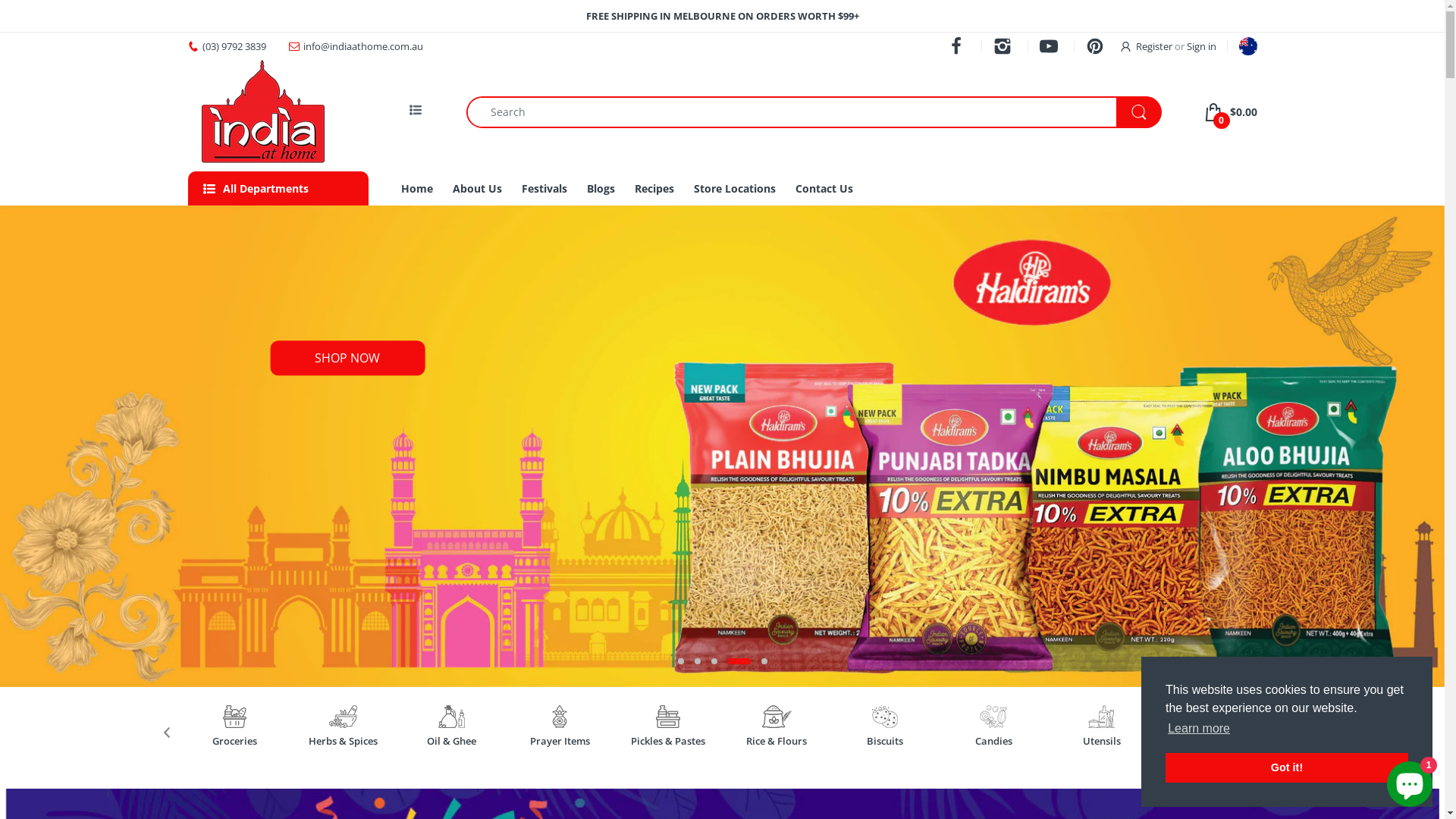 The height and width of the screenshot is (819, 1456). I want to click on 'Instagram', so click(1005, 45).